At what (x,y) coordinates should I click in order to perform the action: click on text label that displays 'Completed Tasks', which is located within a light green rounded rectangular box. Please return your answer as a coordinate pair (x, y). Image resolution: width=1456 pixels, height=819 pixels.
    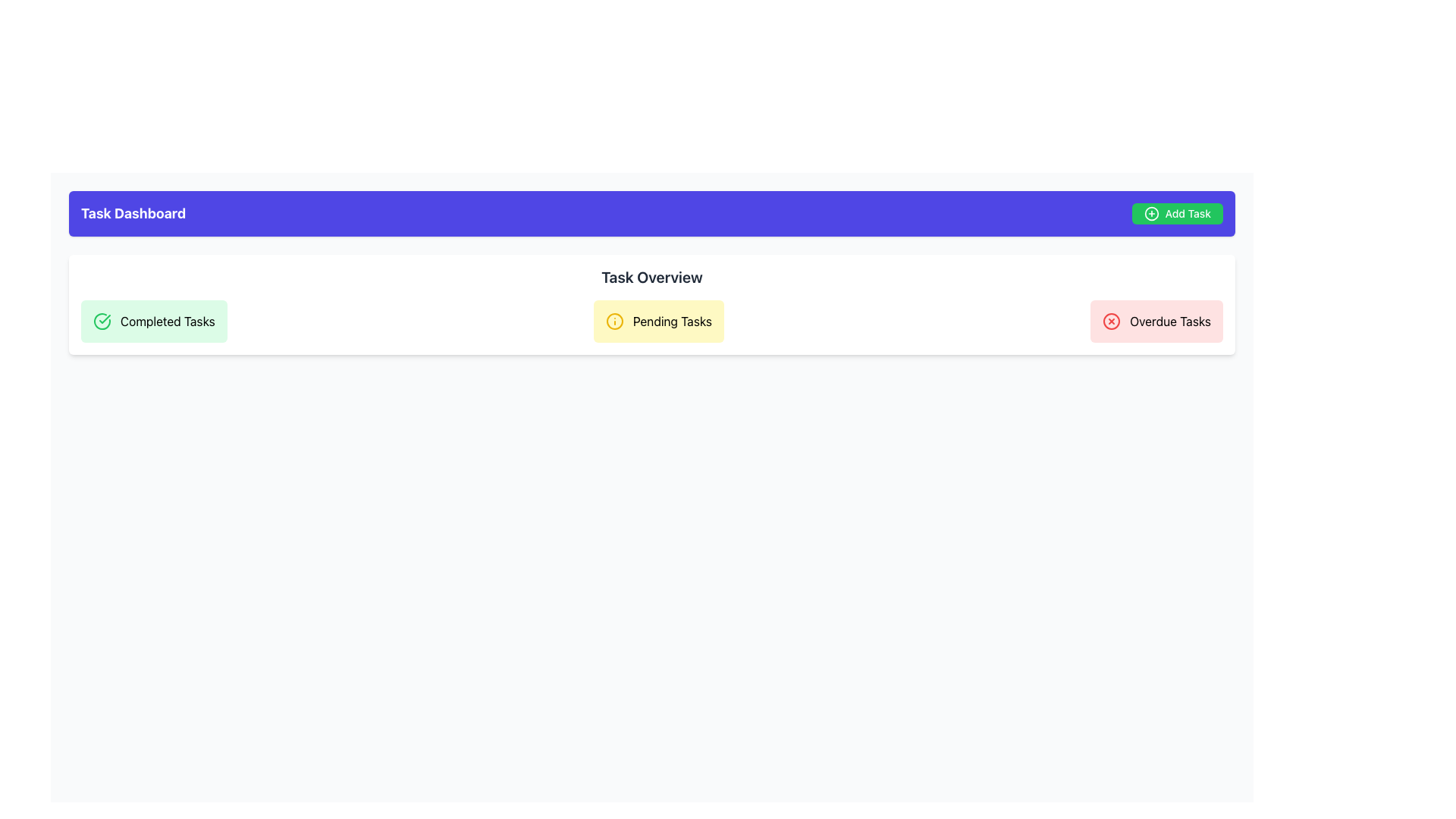
    Looking at the image, I should click on (168, 321).